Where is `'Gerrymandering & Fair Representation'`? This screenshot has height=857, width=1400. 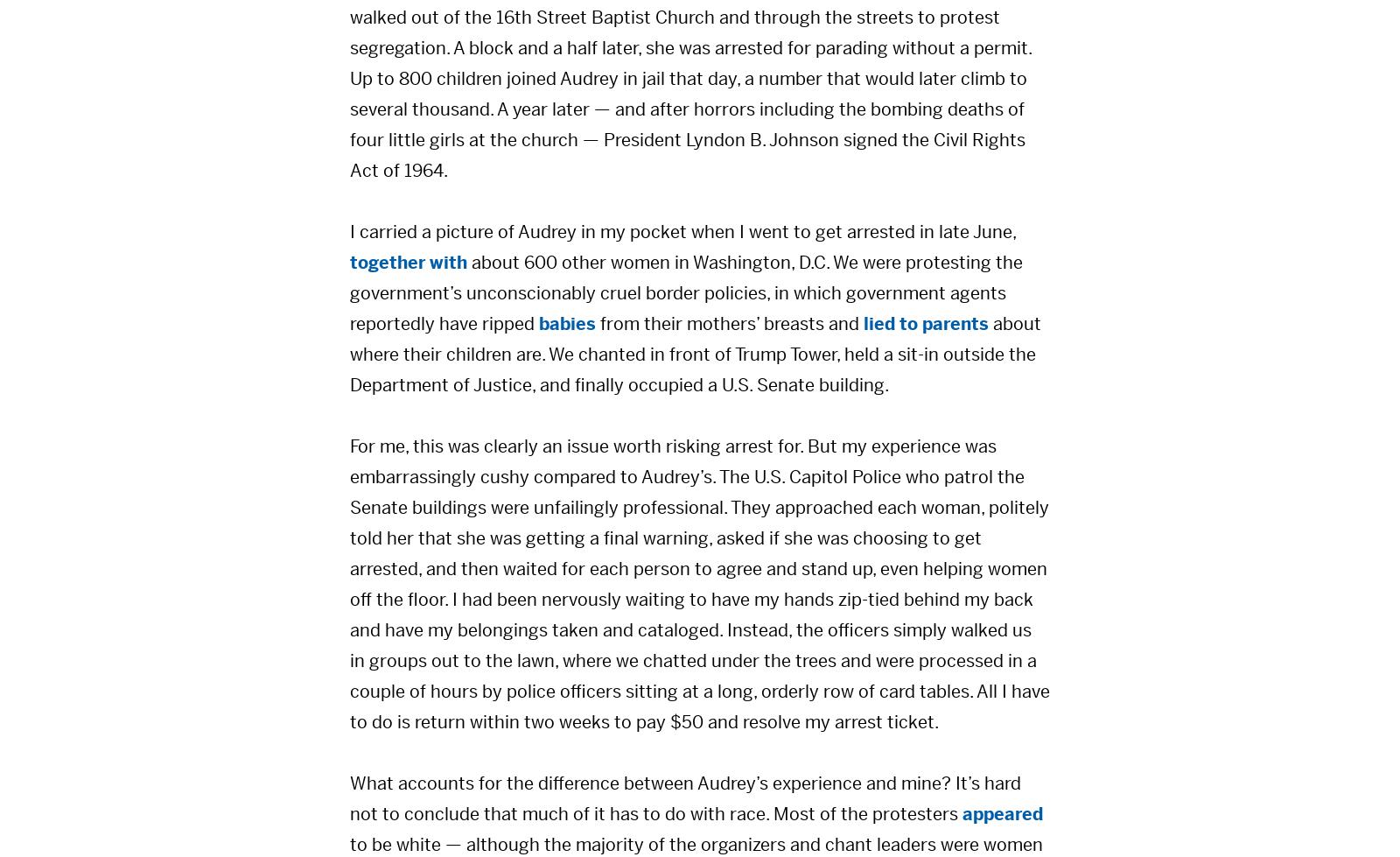
'Gerrymandering & Fair Representation' is located at coordinates (234, 525).